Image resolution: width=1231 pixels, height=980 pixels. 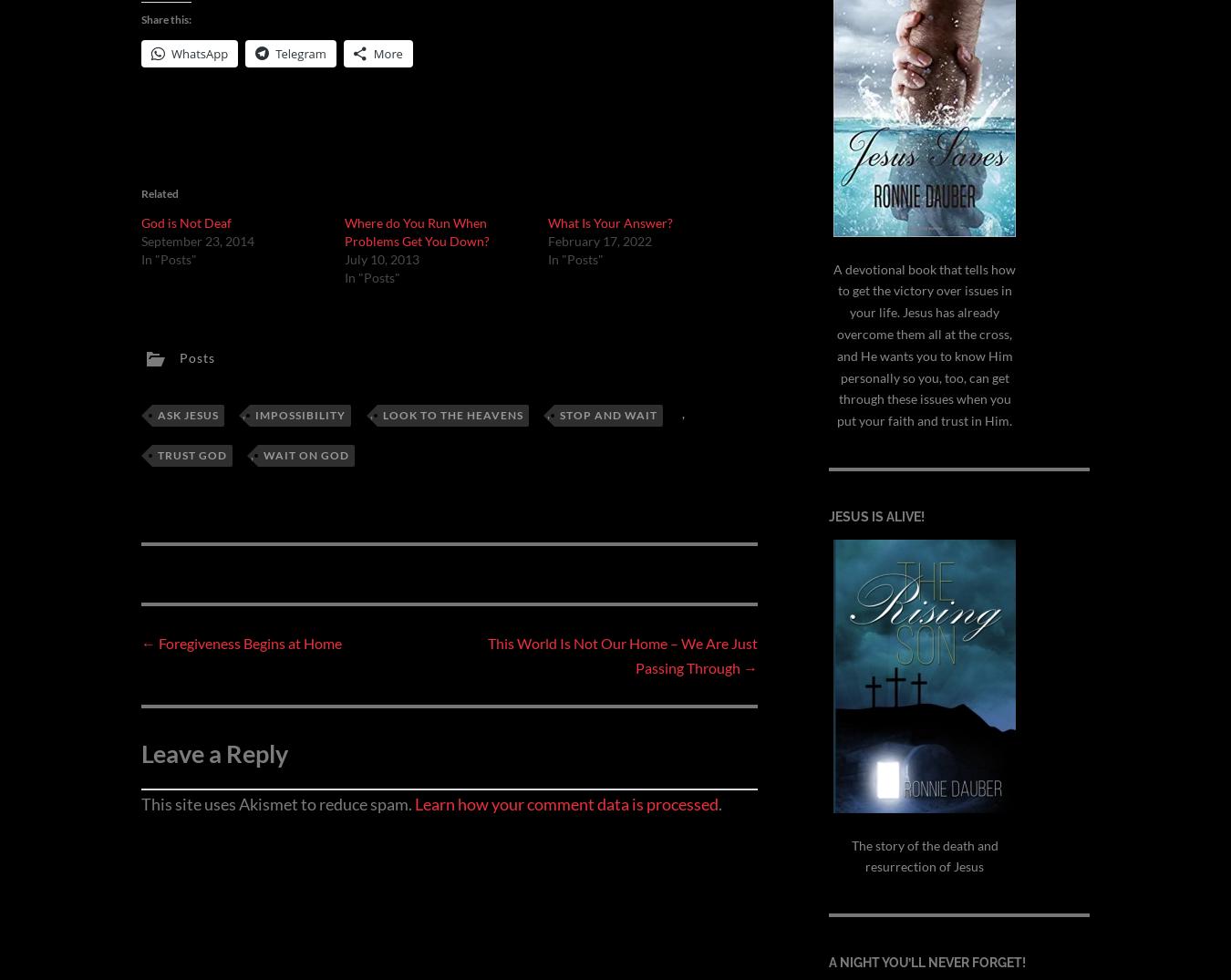 I want to click on 'Posts', so click(x=197, y=356).